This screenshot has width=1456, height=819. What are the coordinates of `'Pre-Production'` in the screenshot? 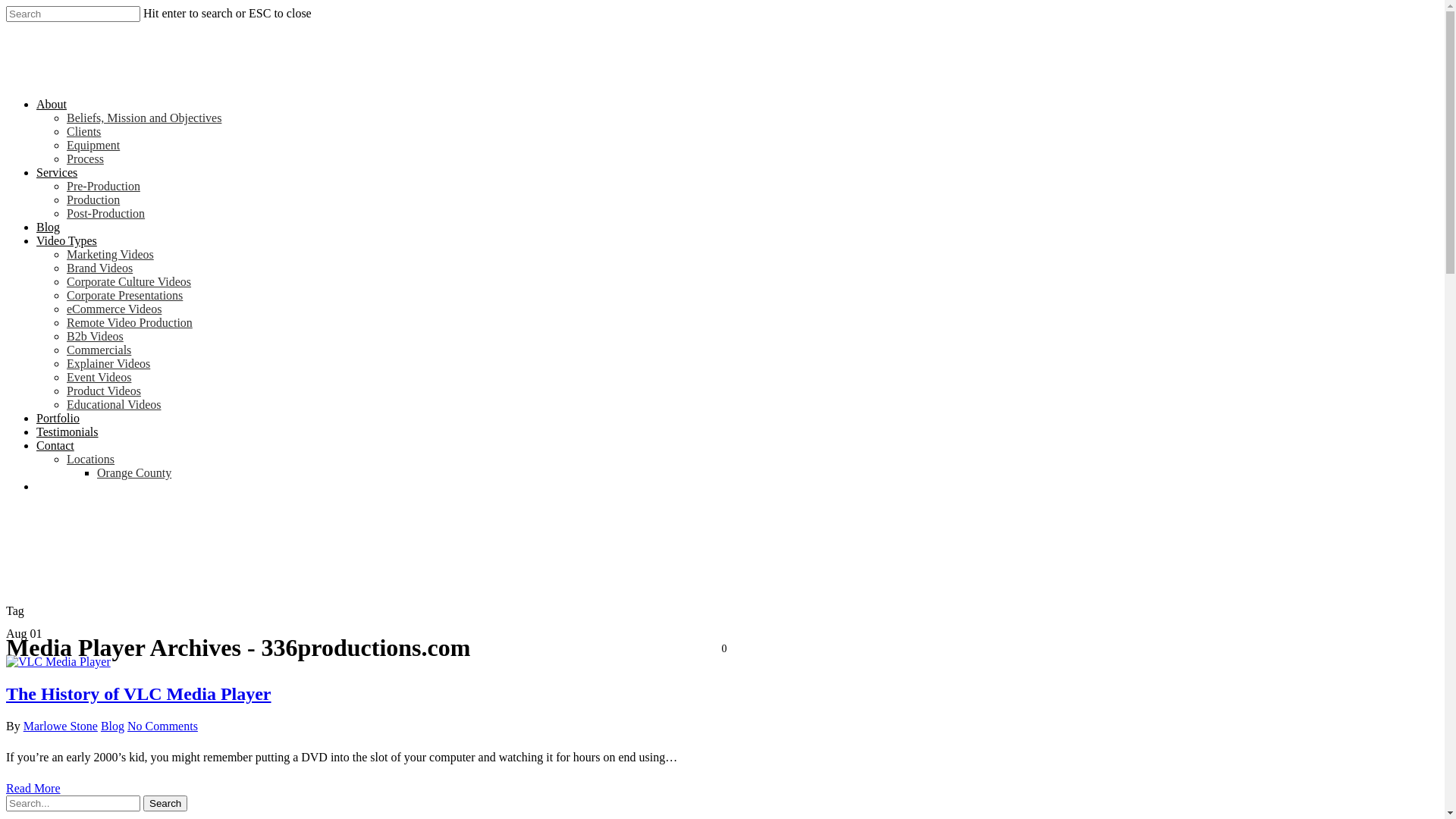 It's located at (102, 185).